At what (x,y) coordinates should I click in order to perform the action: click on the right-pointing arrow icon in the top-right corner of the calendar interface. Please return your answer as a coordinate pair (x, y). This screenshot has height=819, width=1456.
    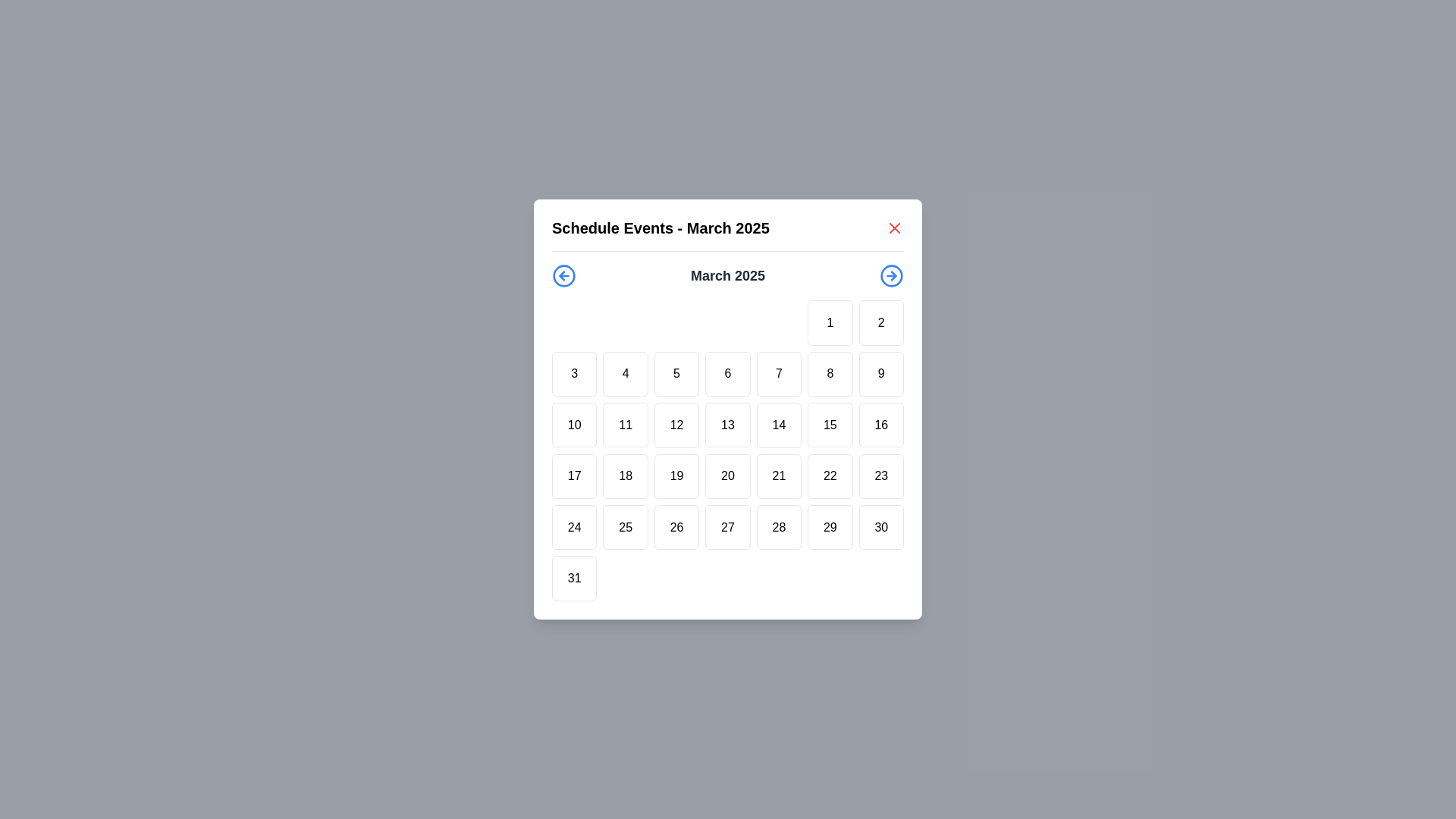
    Looking at the image, I should click on (893, 275).